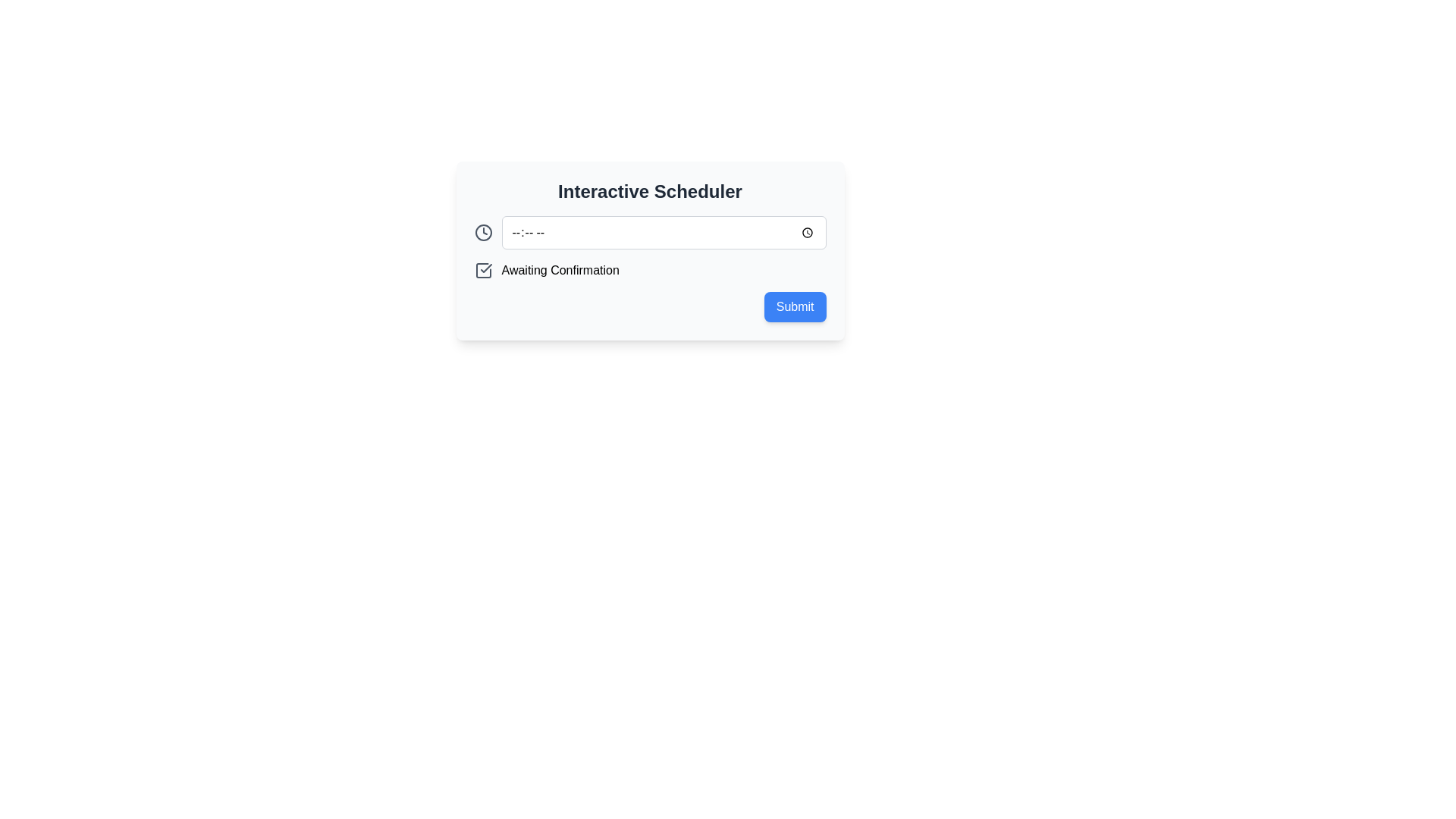  I want to click on the confirmation icon located below the text field and aligned vertically with the 'Awaiting Confirmation' label, so click(486, 268).